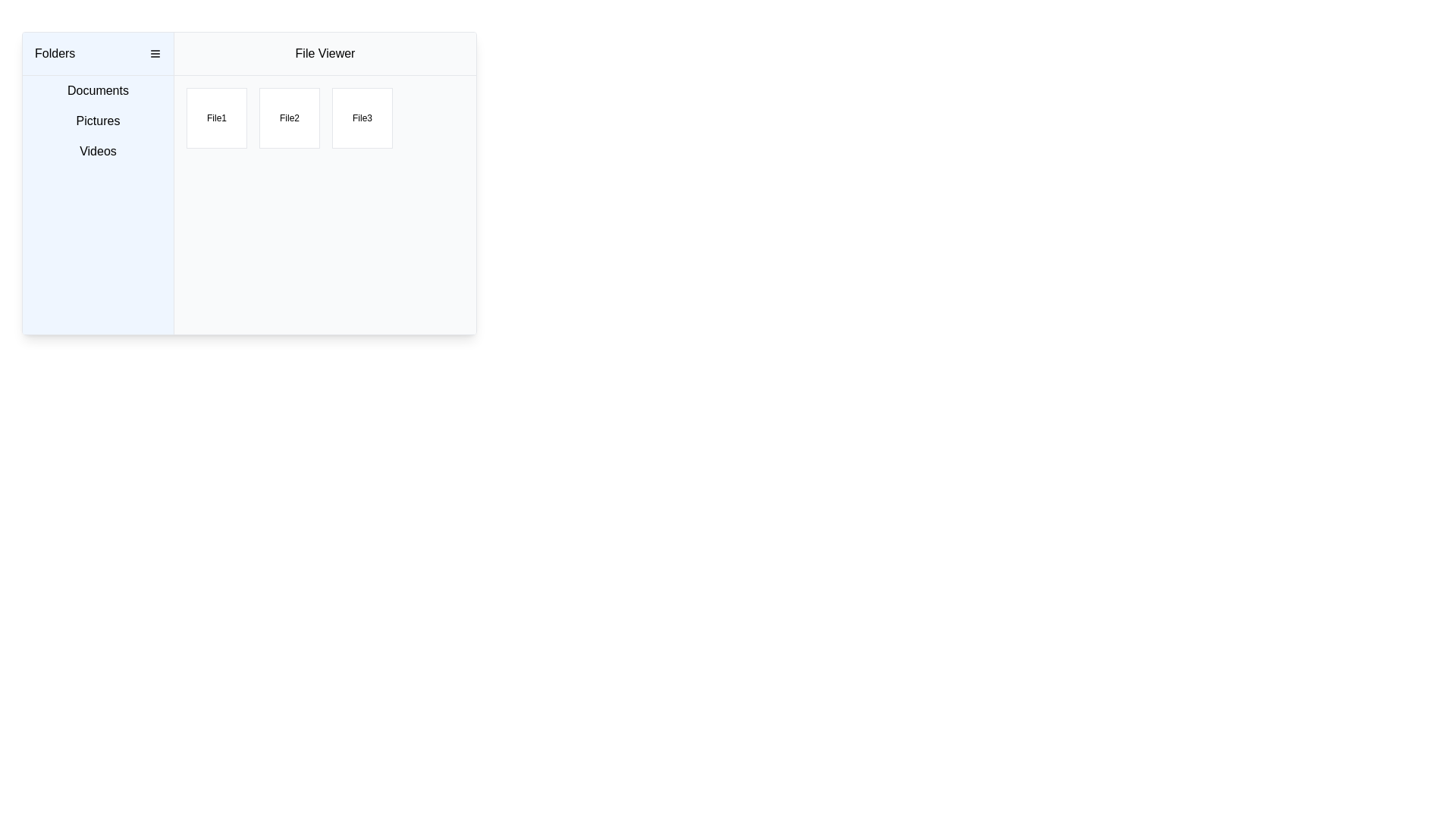  What do you see at coordinates (97, 183) in the screenshot?
I see `the Sidebar Menu` at bounding box center [97, 183].